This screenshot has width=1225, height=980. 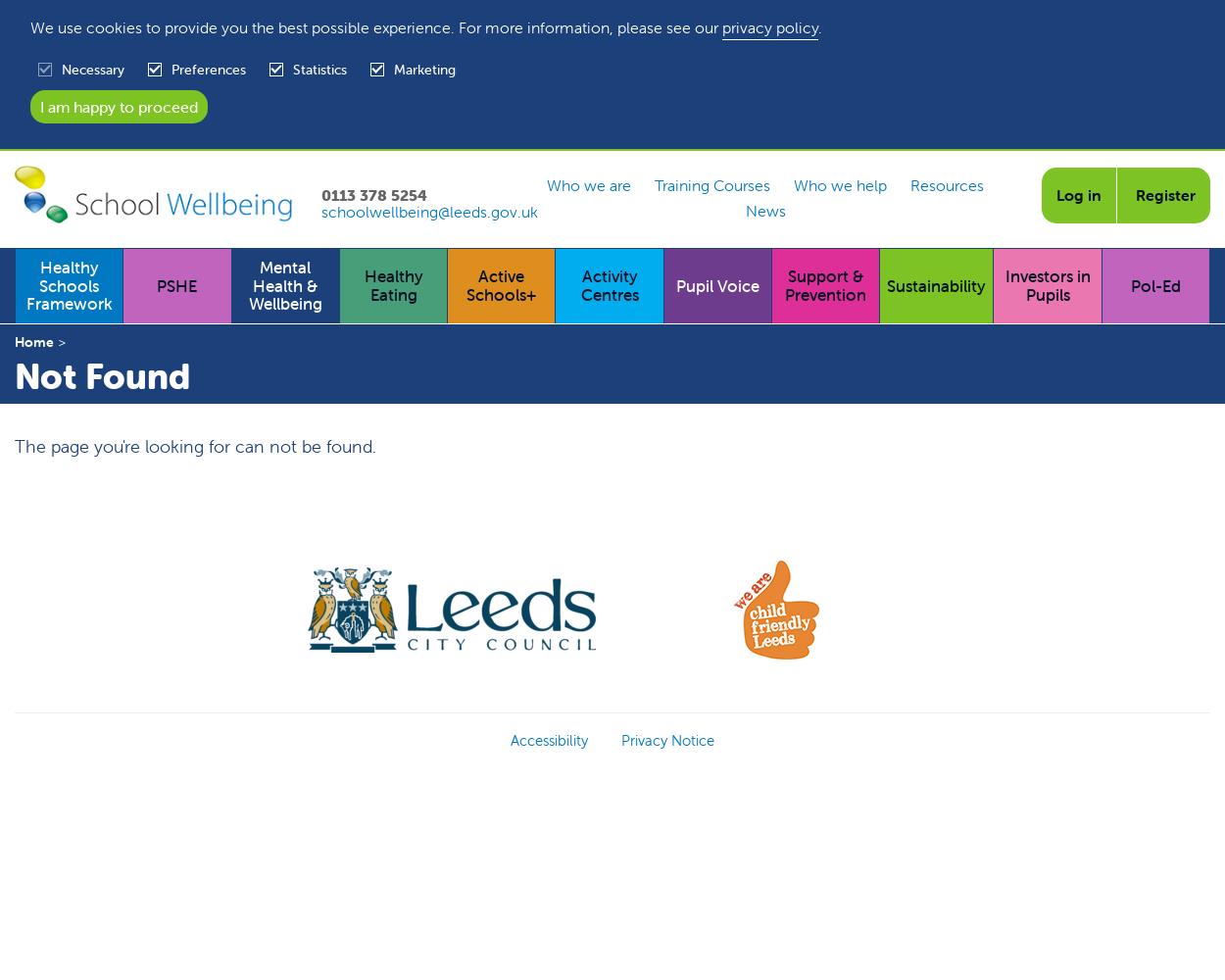 I want to click on 'News', so click(x=764, y=209).